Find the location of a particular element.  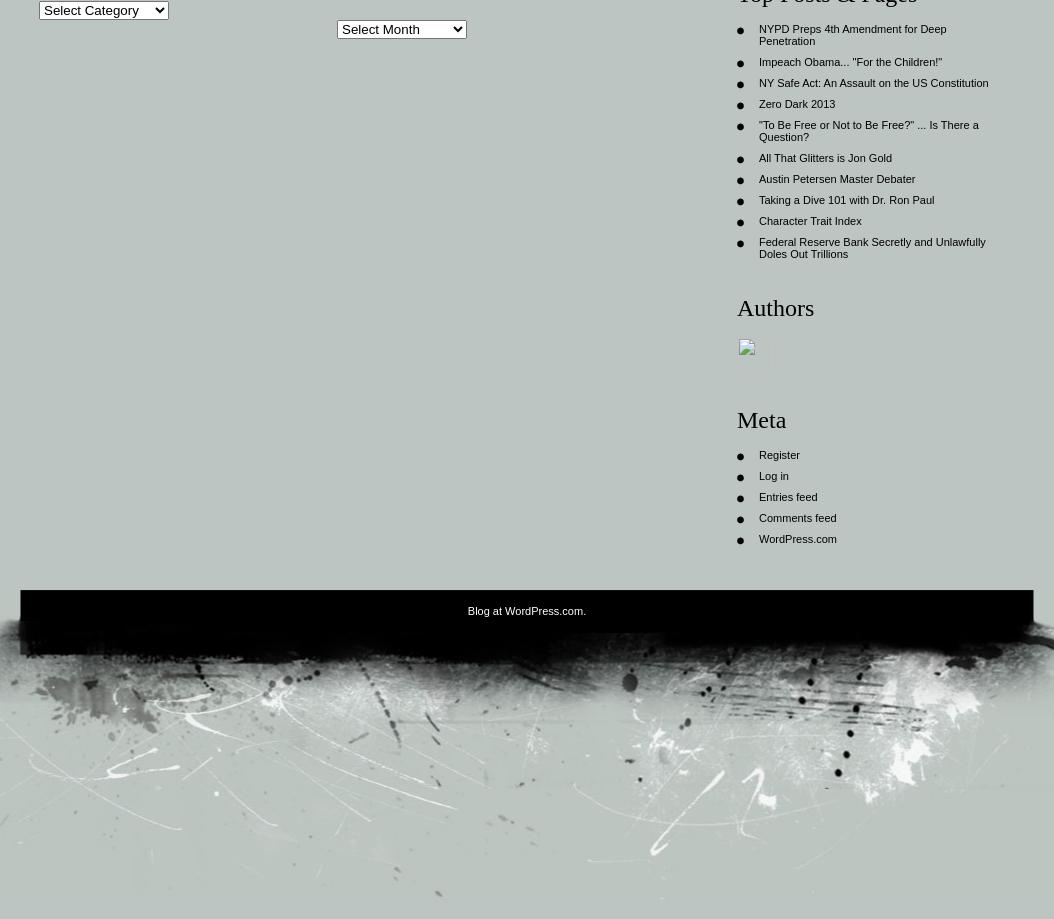

'Austin Petersen Master Debater' is located at coordinates (758, 177).